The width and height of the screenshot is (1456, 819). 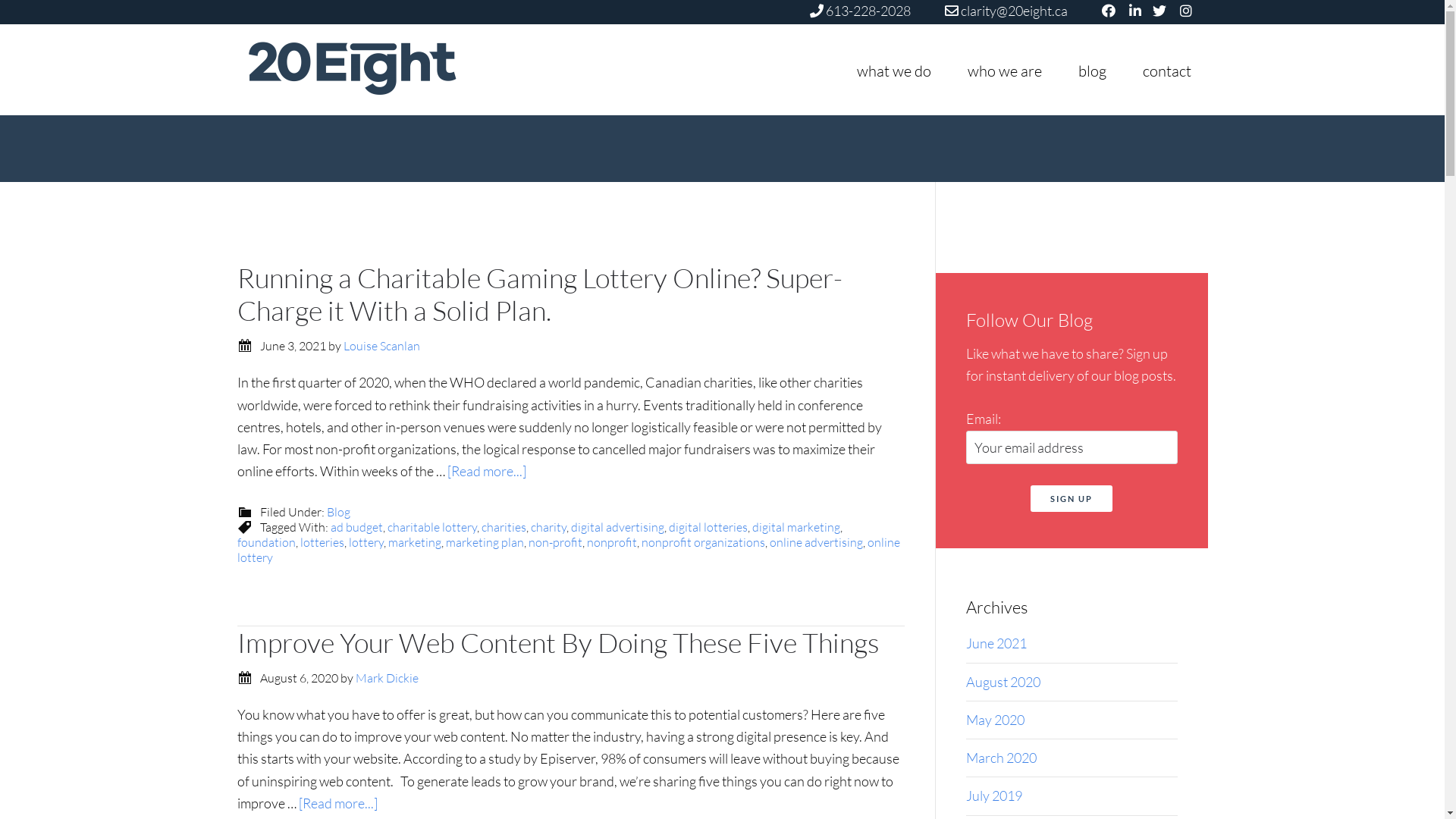 What do you see at coordinates (484, 541) in the screenshot?
I see `'marketing plan'` at bounding box center [484, 541].